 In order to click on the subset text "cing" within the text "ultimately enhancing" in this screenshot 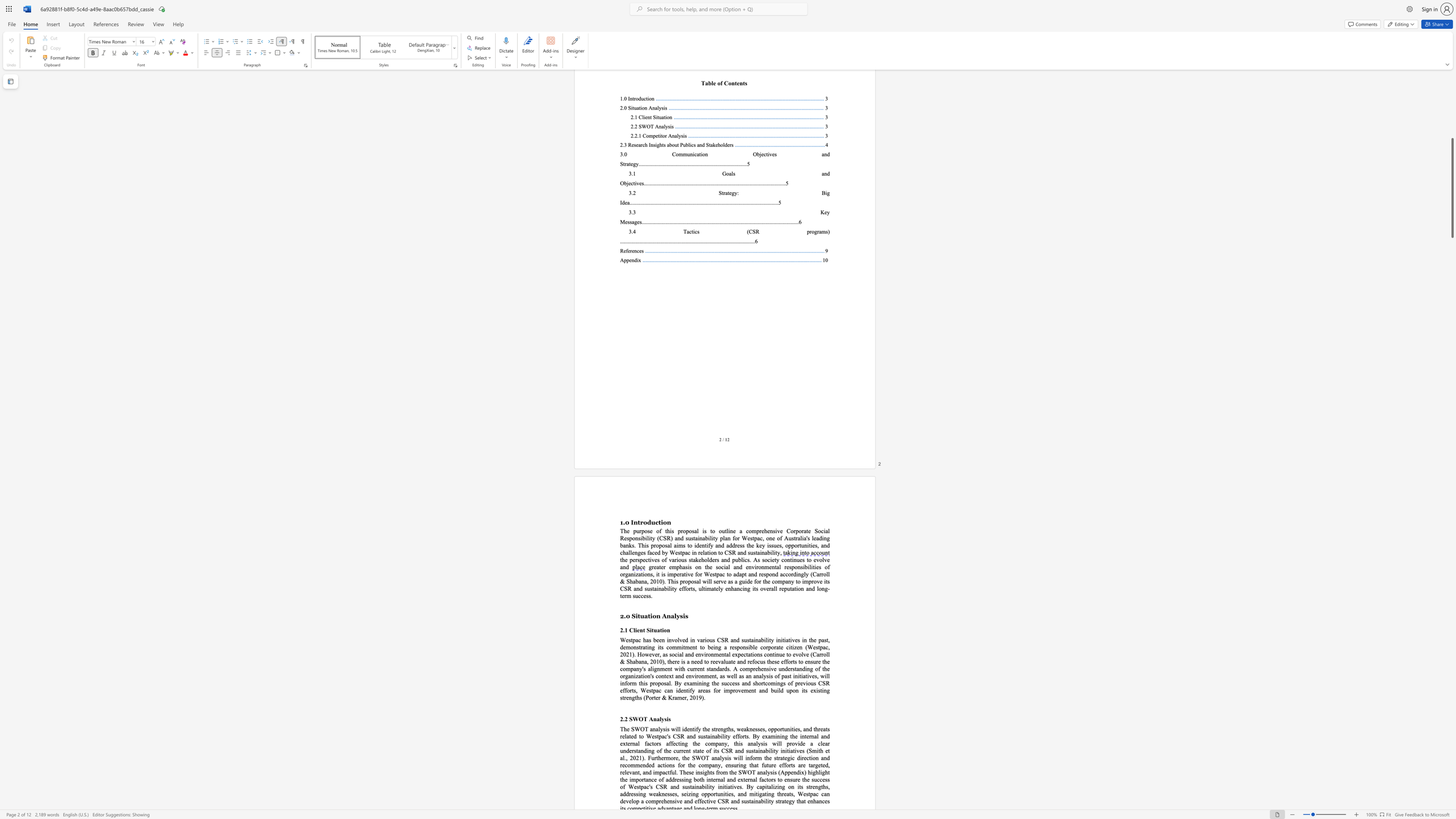, I will do `click(739, 588)`.